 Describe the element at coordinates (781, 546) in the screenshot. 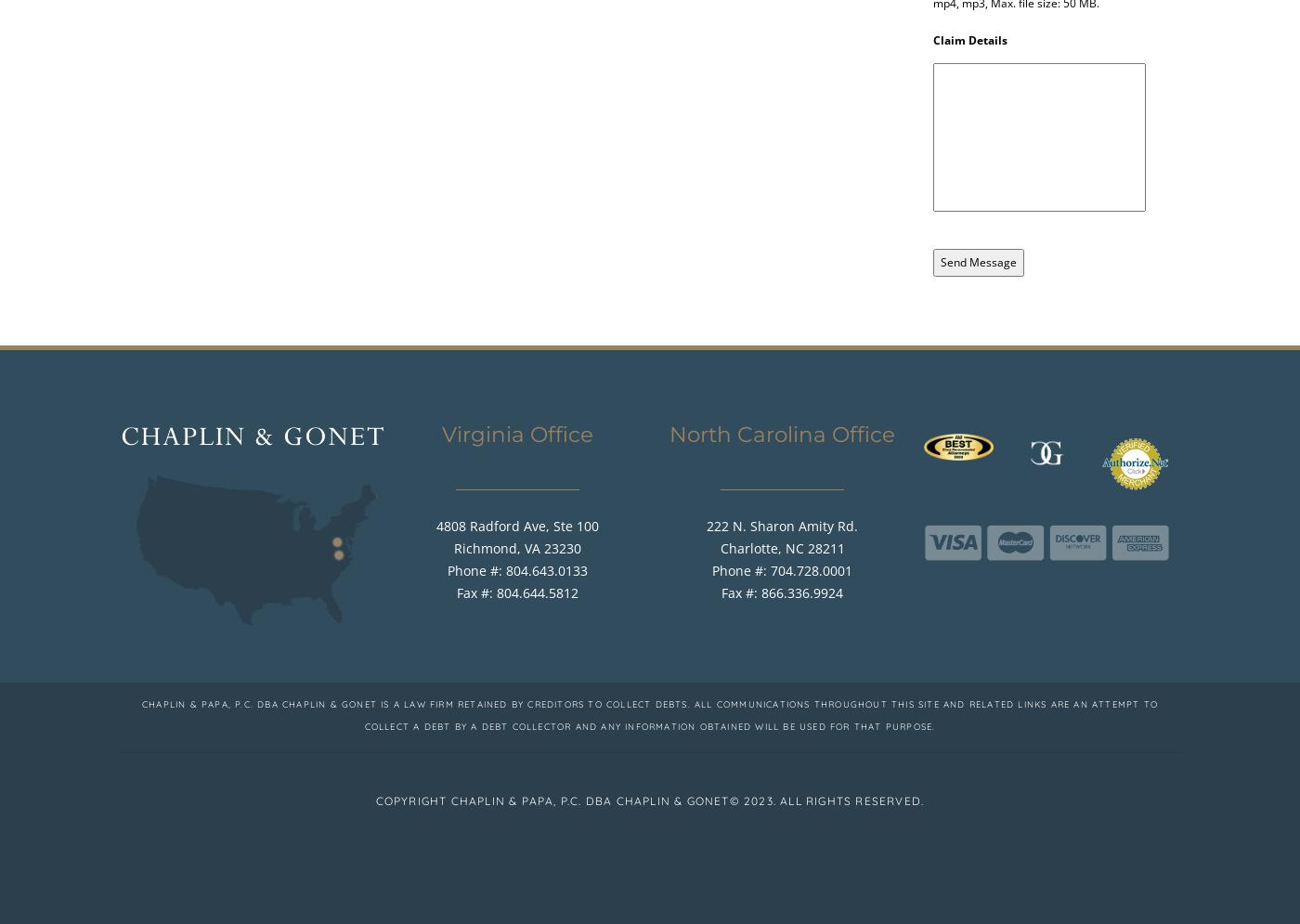

I see `'Charlotte, NC 28211'` at that location.